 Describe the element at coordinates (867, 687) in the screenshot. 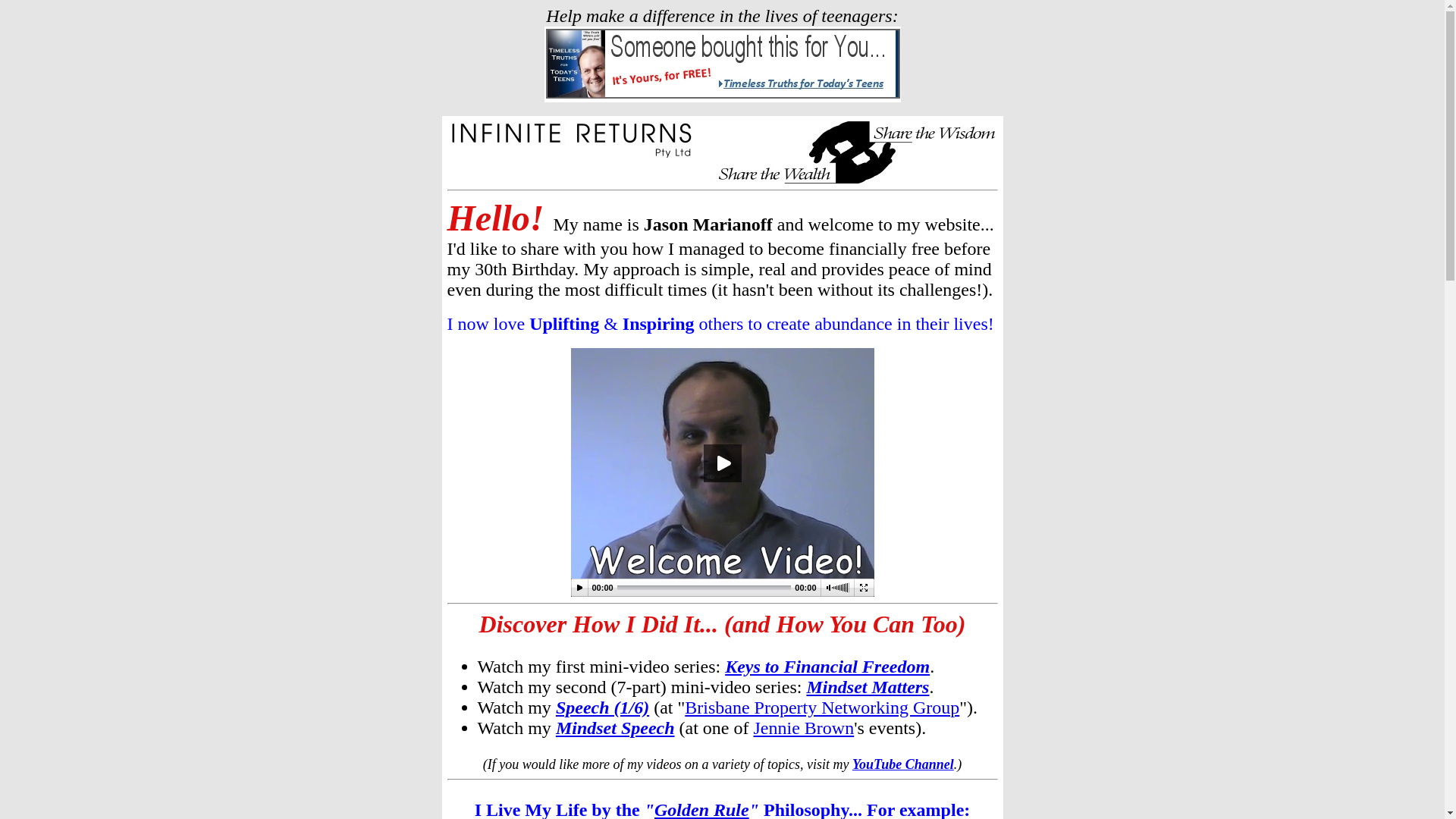

I see `'Mindset Matters'` at that location.